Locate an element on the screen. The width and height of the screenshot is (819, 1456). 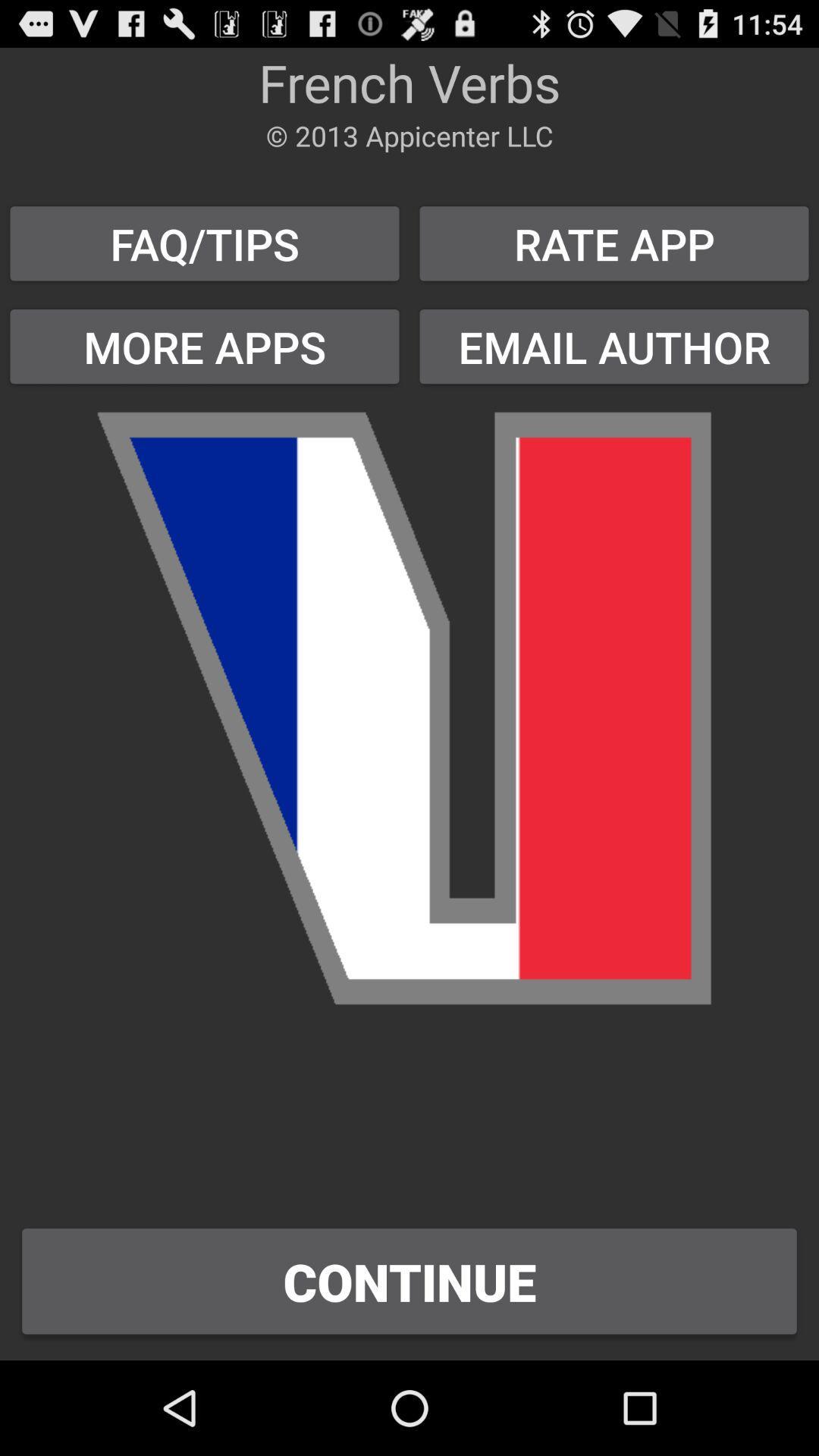
button to the left of the rate app item is located at coordinates (205, 243).